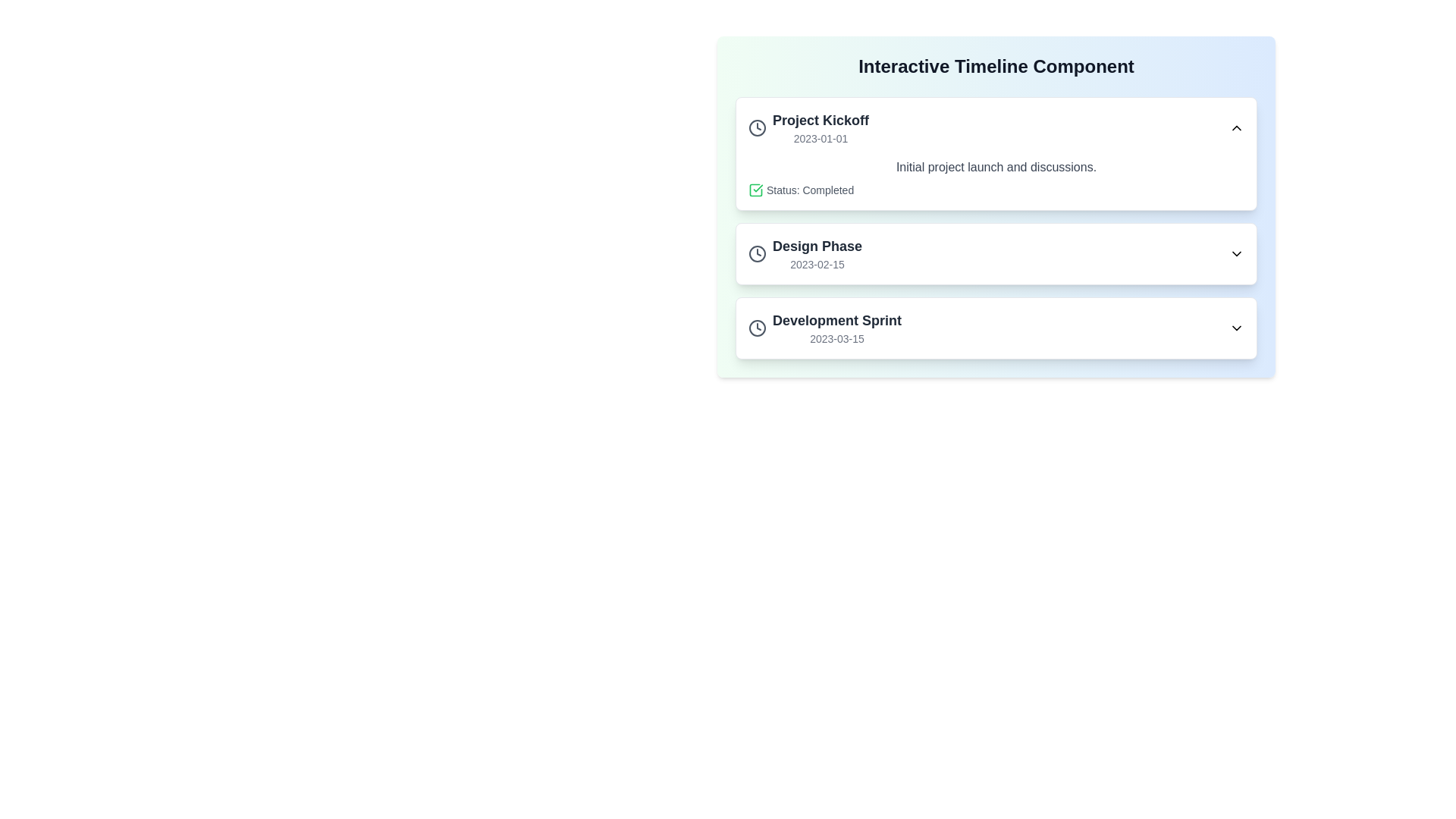 The image size is (1456, 819). I want to click on the decorative SVG circle that forms the outer boundary of the clock icon, located next to the 'Design Phase' event on the timeline, so click(757, 253).